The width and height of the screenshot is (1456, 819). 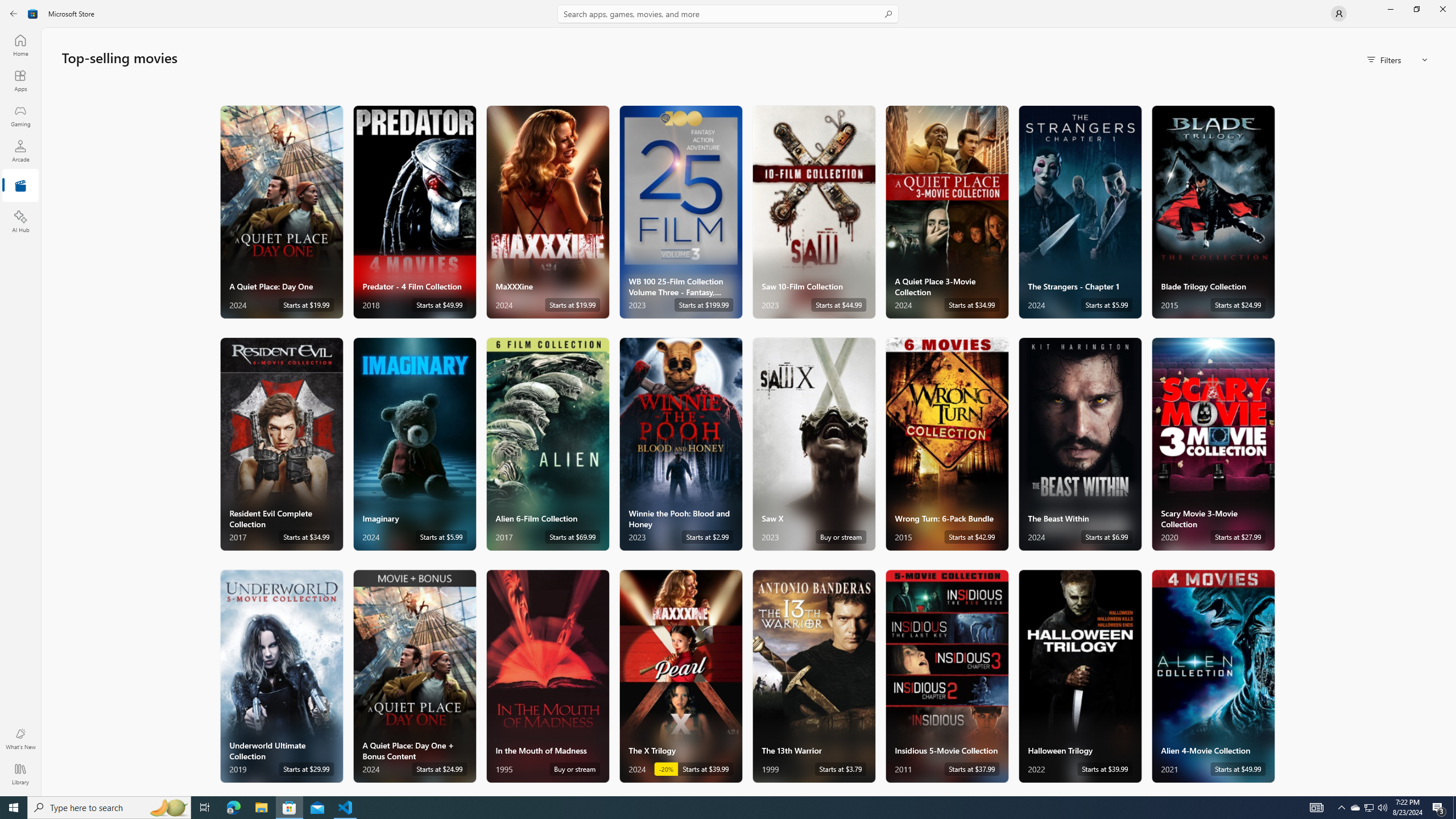 What do you see at coordinates (1079, 444) in the screenshot?
I see `'The Beast Within. Starts at $6.99  '` at bounding box center [1079, 444].